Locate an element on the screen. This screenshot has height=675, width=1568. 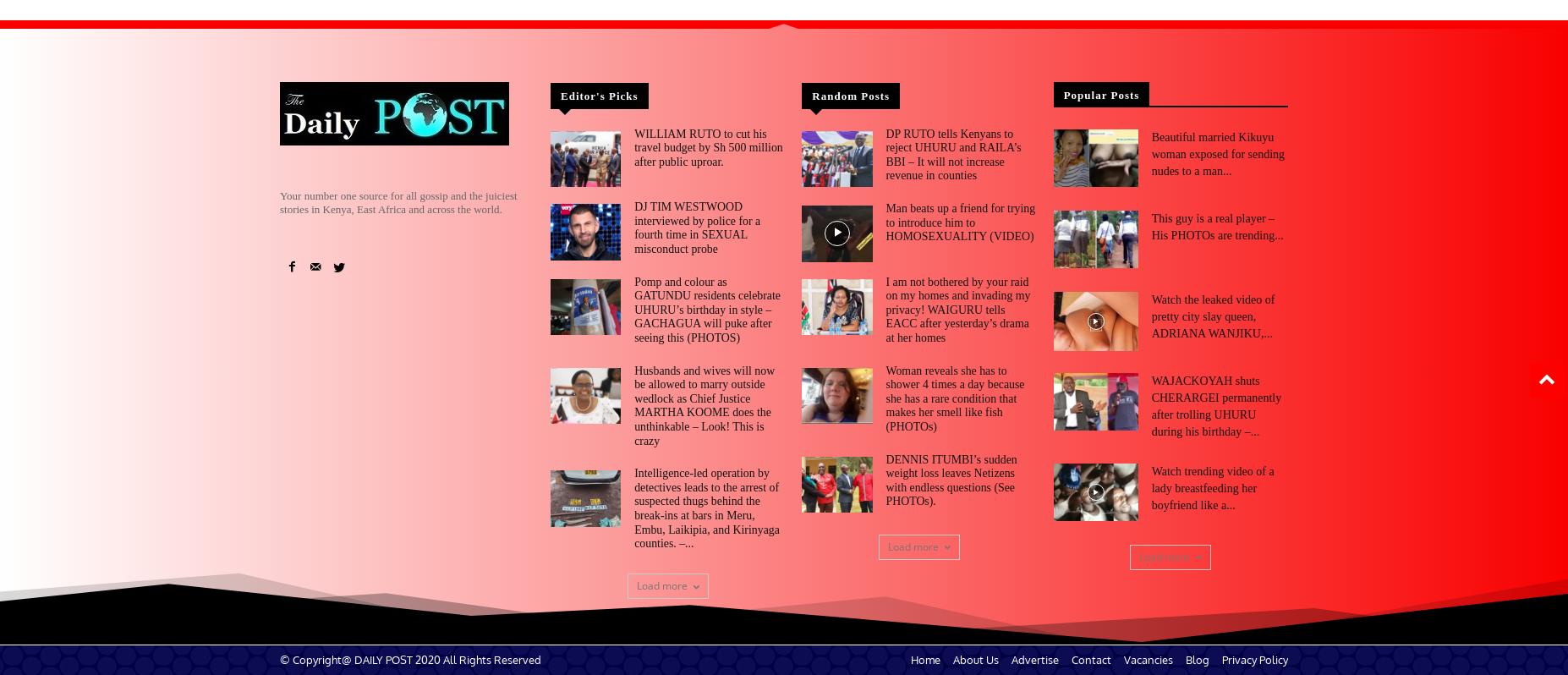
'WILLIAM RUTO to cut his travel budget by Sh 500 million after public uproar.' is located at coordinates (633, 145).